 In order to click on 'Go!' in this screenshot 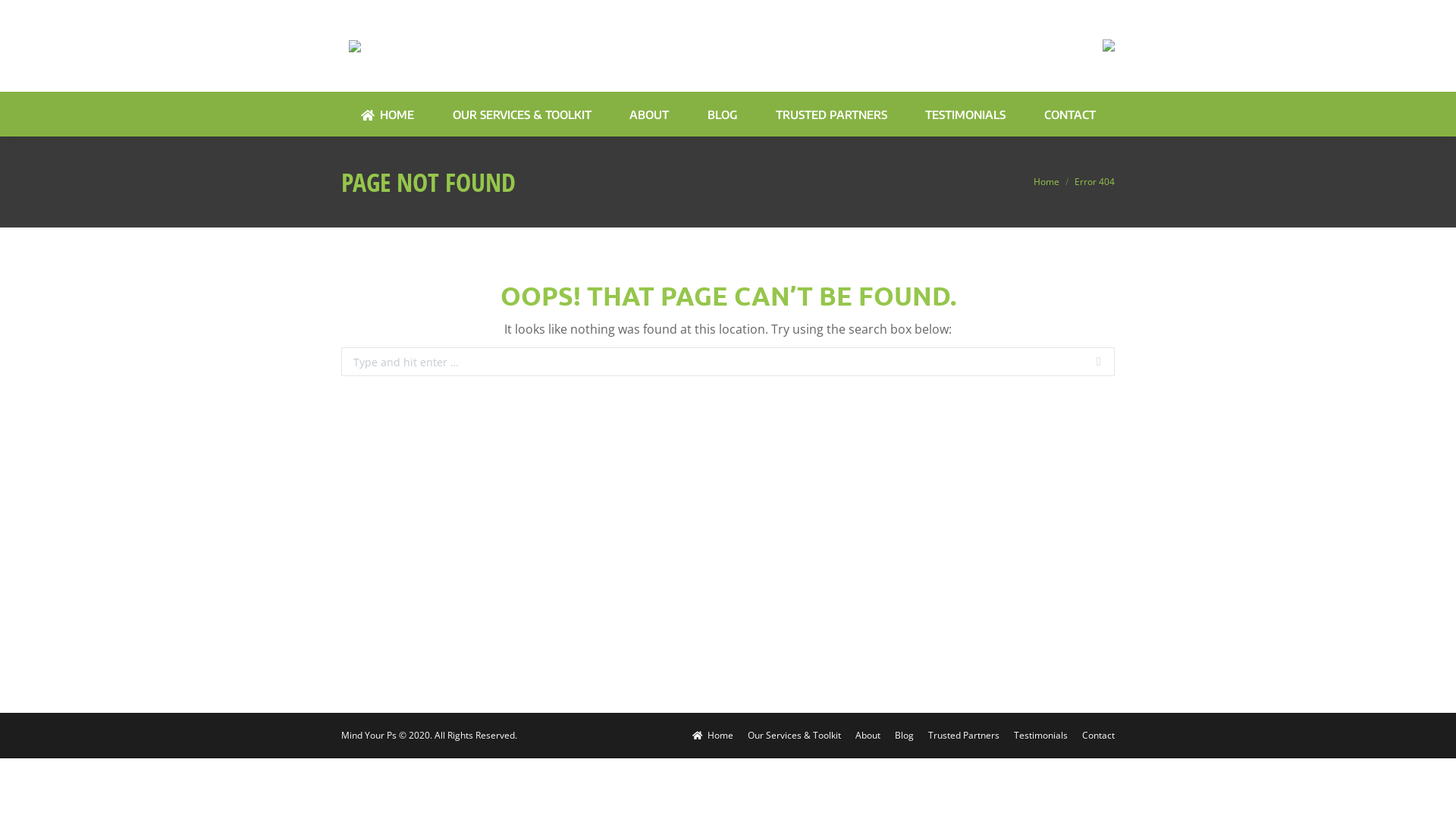, I will do `click(1114, 362)`.